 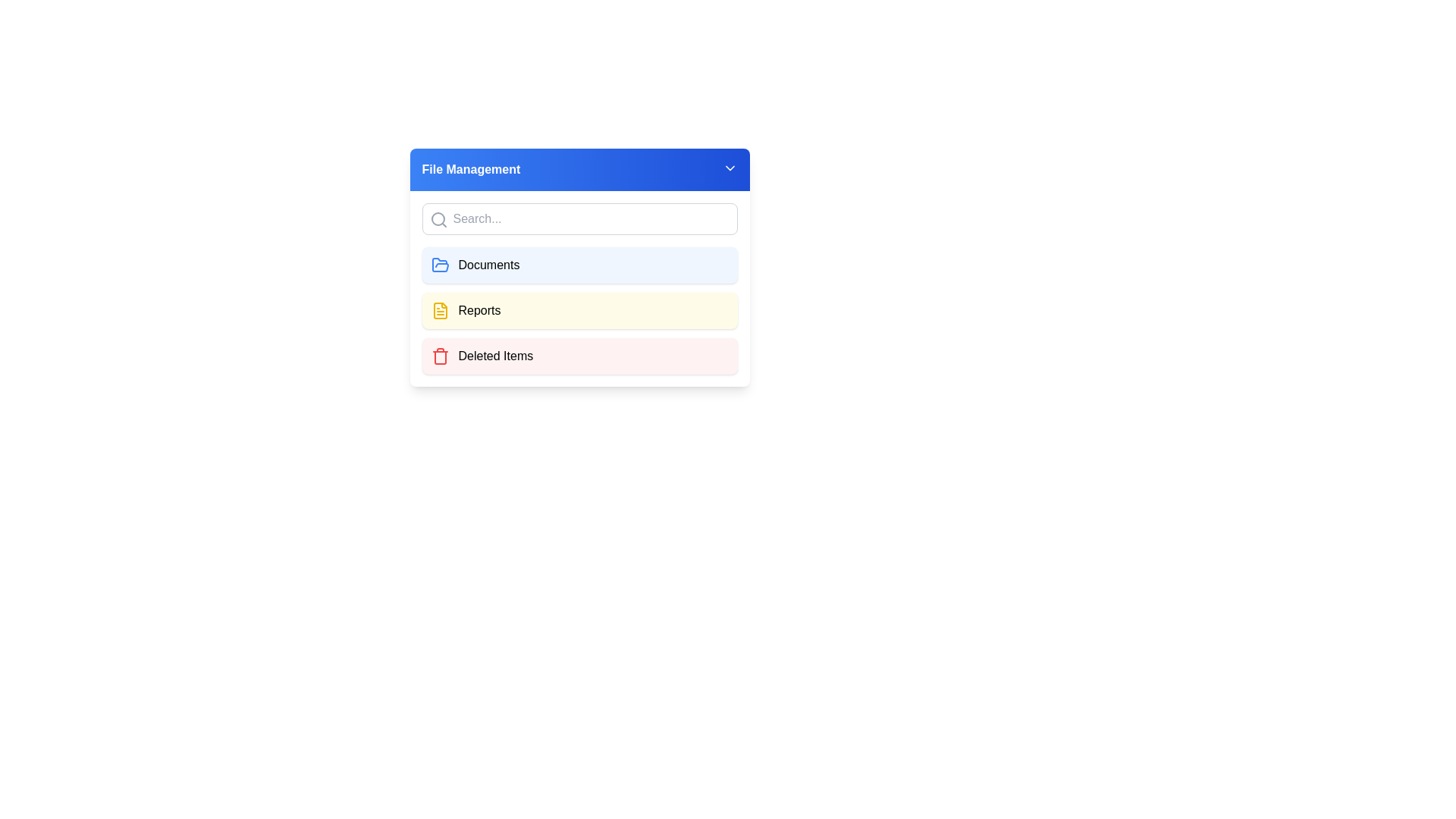 I want to click on the 'Documents' menu option button for keyboard navigation, so click(x=579, y=267).